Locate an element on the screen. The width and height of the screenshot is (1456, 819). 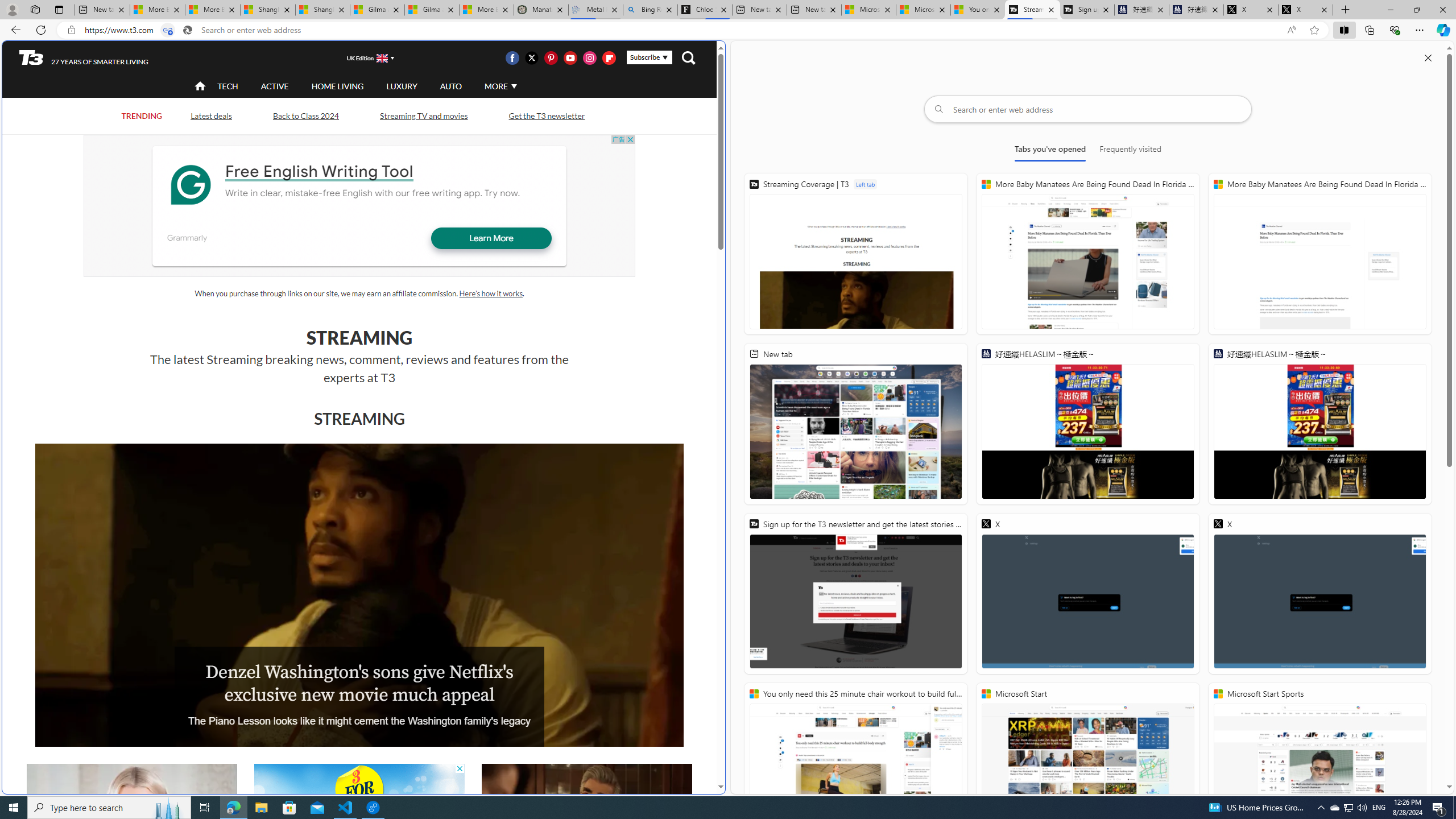
'Chloe Sorvino' is located at coordinates (705, 9).